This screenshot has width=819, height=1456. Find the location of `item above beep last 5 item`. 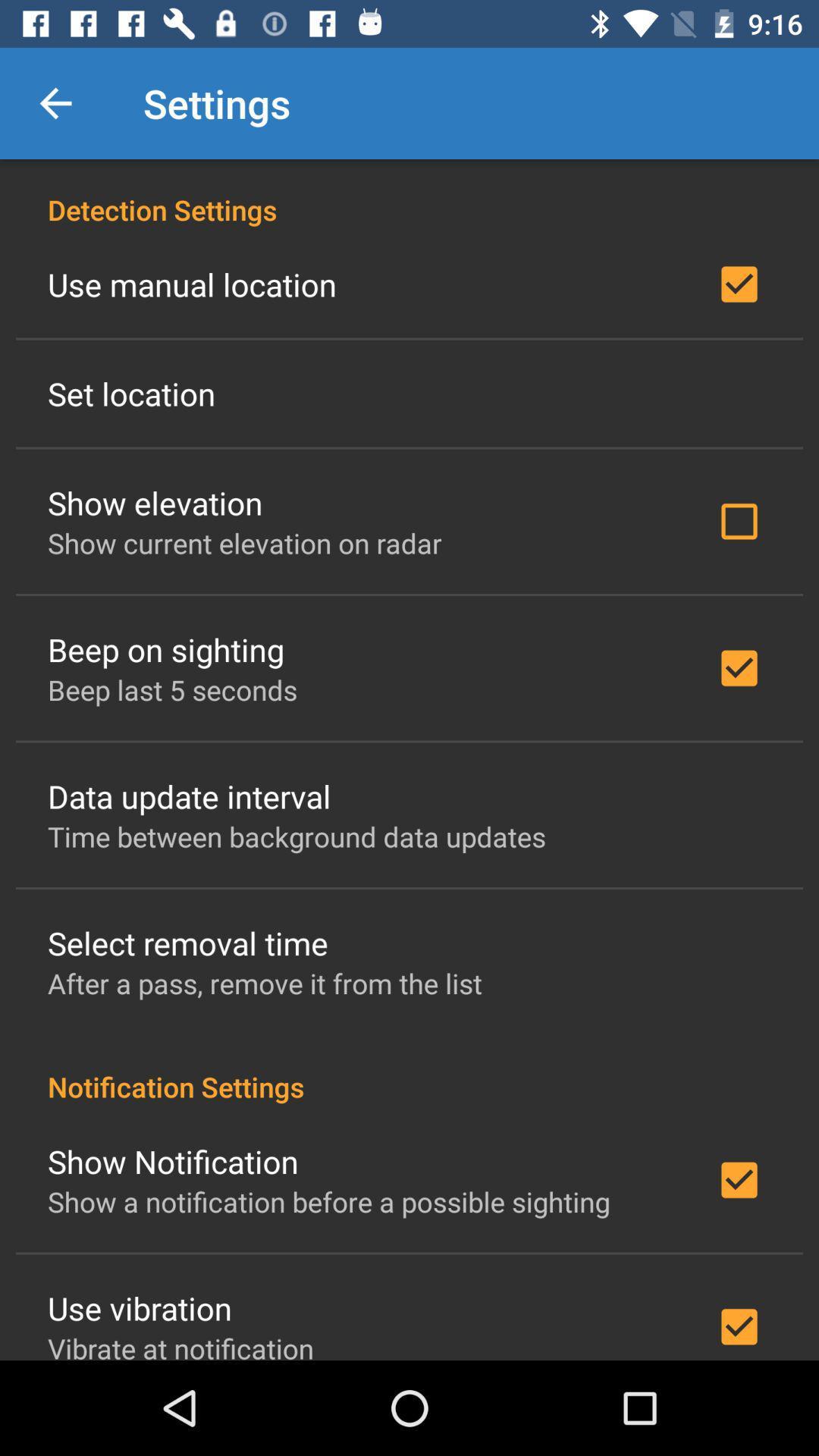

item above beep last 5 item is located at coordinates (166, 649).